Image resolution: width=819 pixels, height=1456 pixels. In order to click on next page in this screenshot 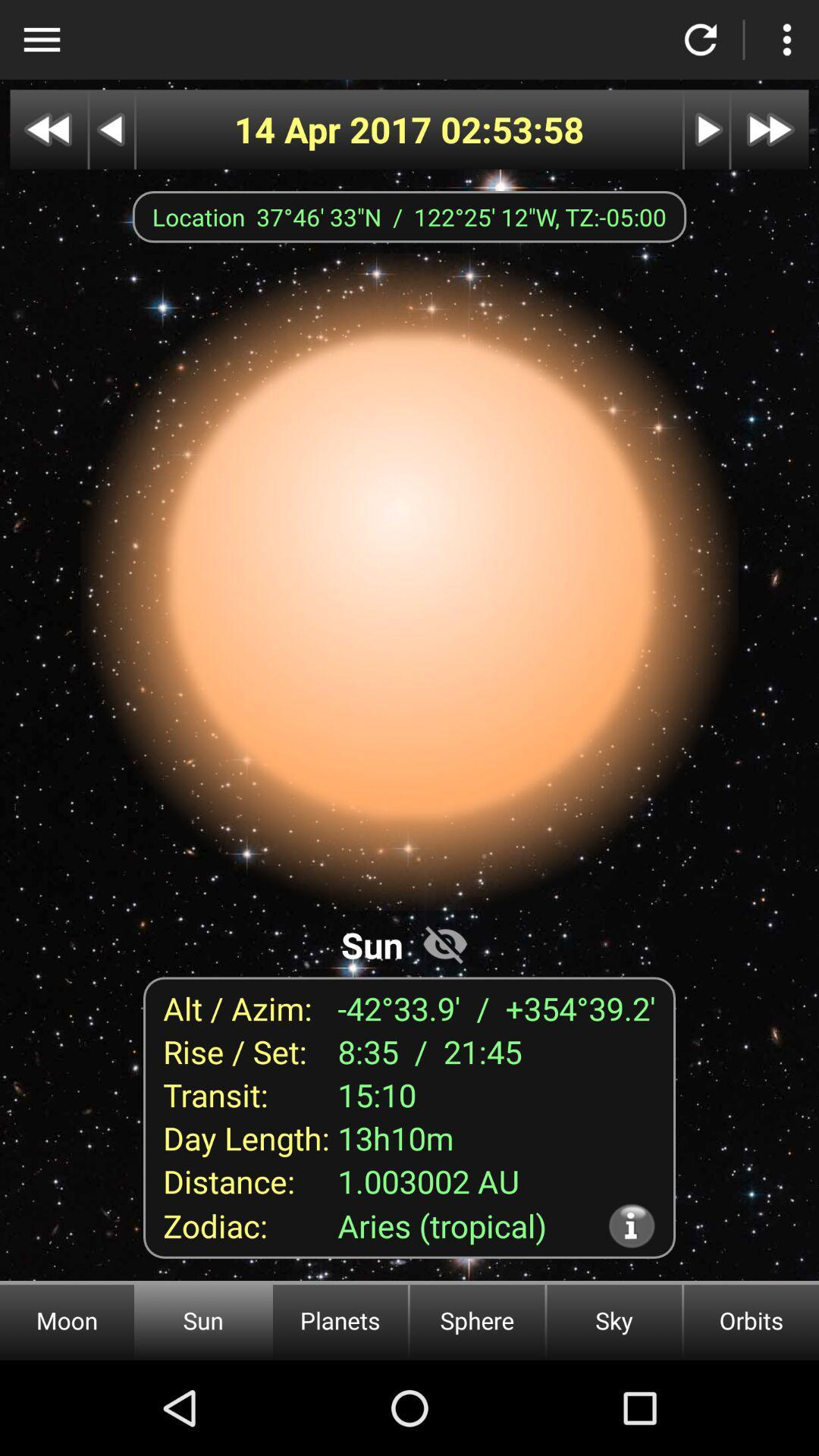, I will do `click(707, 130)`.